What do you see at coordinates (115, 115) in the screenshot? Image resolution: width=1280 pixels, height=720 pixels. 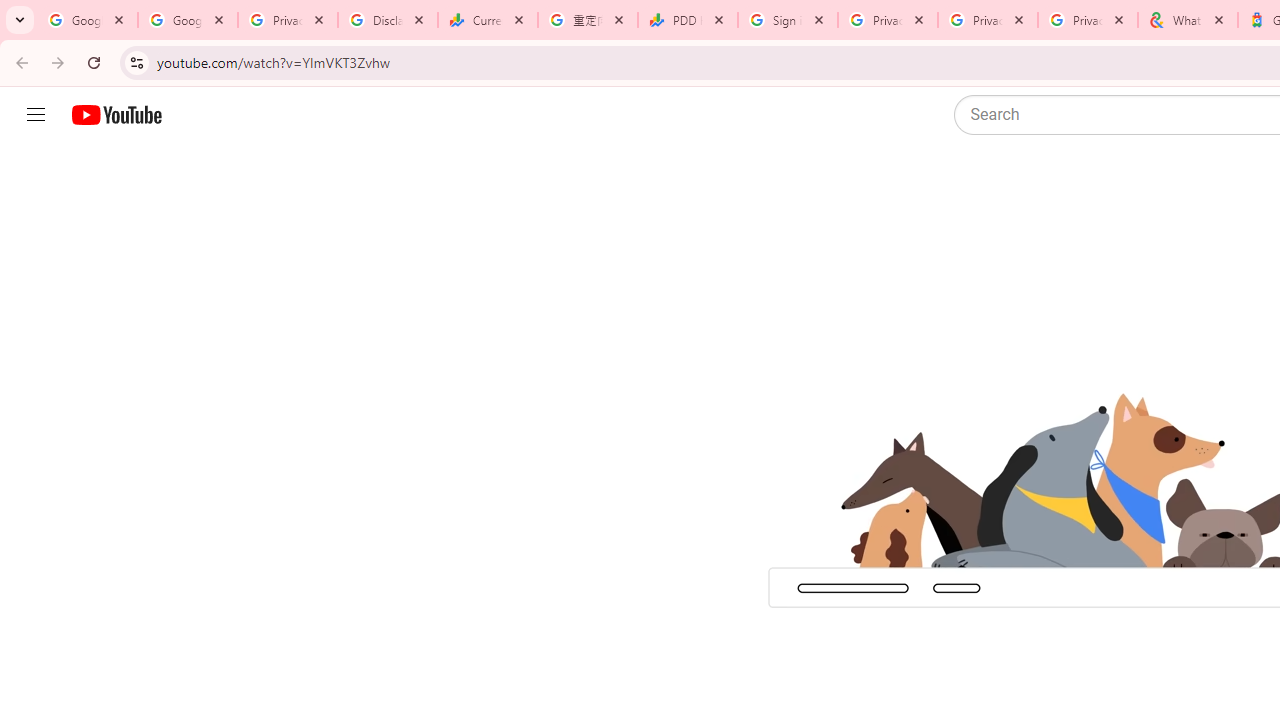 I see `'YouTube Home'` at bounding box center [115, 115].